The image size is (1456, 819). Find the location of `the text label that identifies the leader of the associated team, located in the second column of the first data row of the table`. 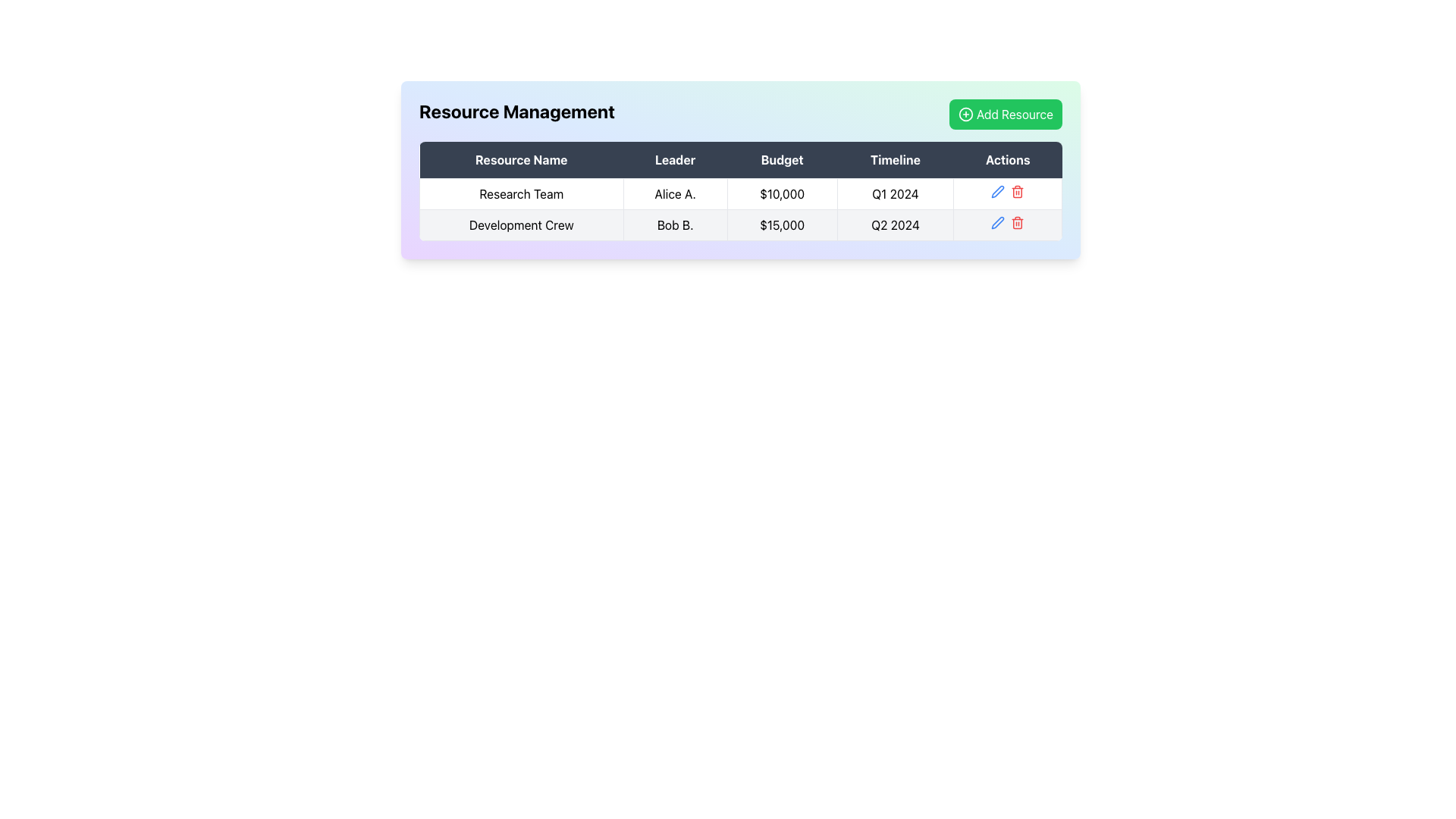

the text label that identifies the leader of the associated team, located in the second column of the first data row of the table is located at coordinates (674, 193).